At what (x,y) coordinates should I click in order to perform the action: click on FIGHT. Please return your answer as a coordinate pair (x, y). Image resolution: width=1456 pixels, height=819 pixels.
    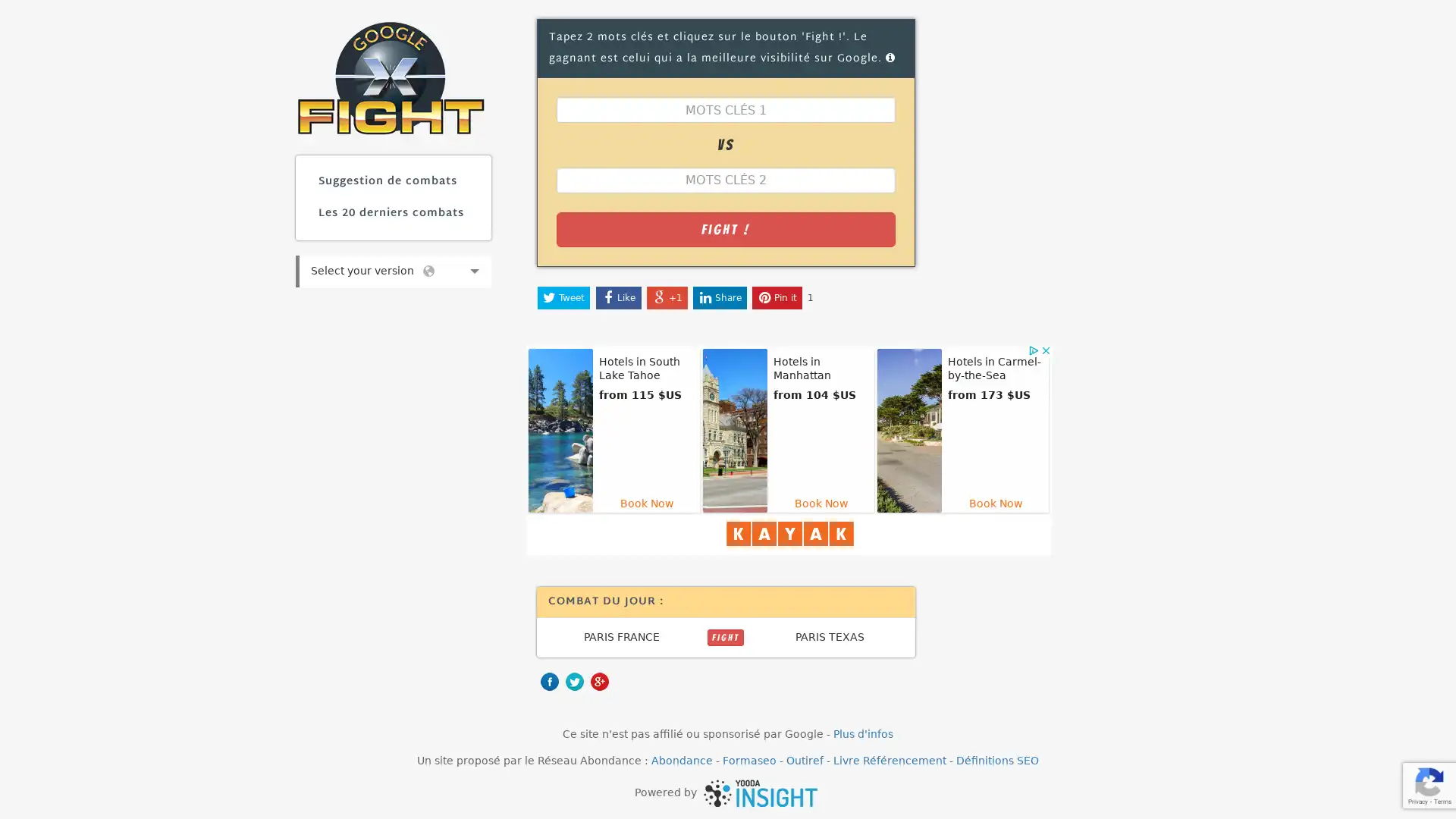
    Looking at the image, I should click on (724, 637).